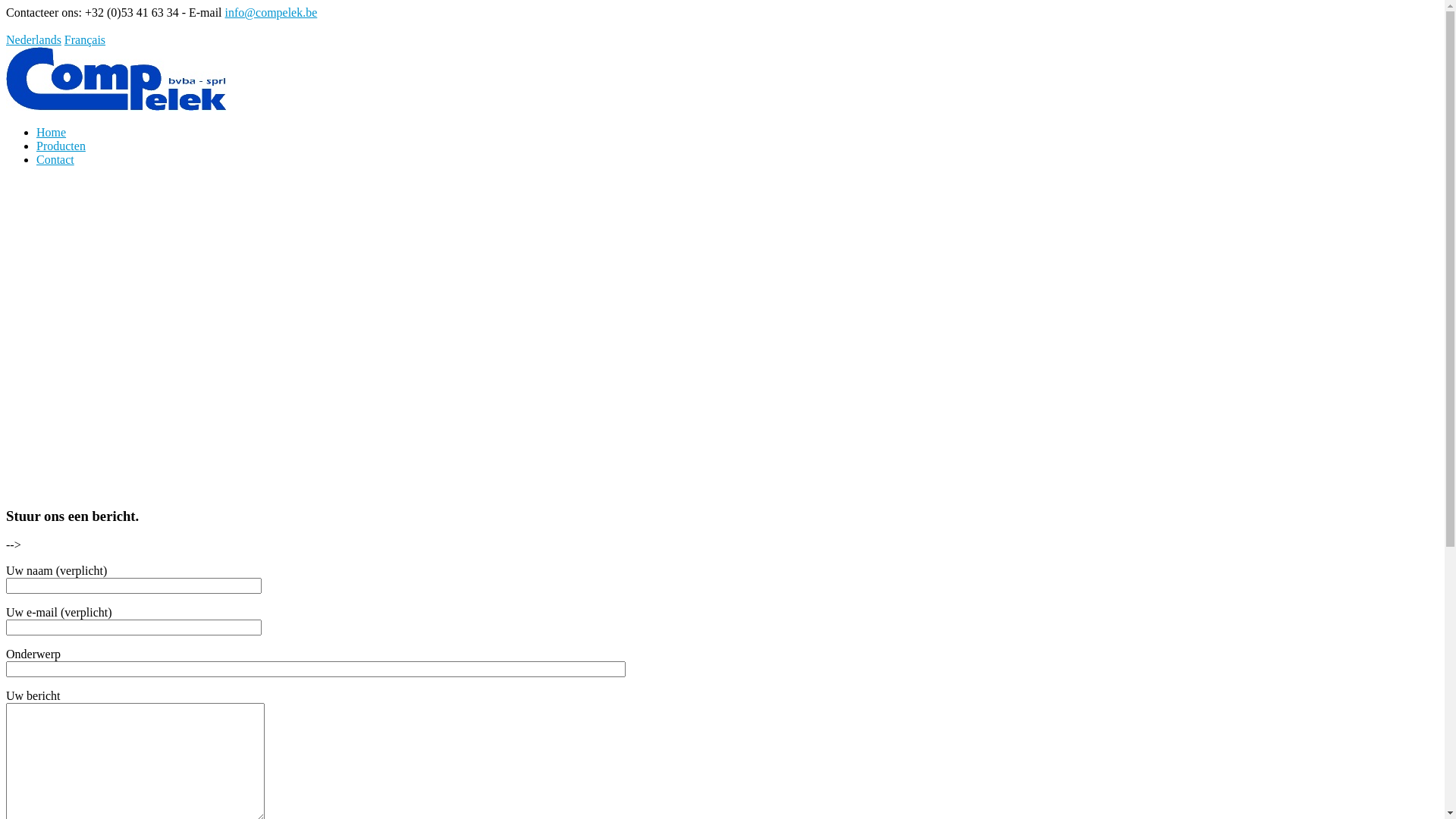 The width and height of the screenshot is (1456, 819). I want to click on 'info@compelek.be', so click(271, 12).